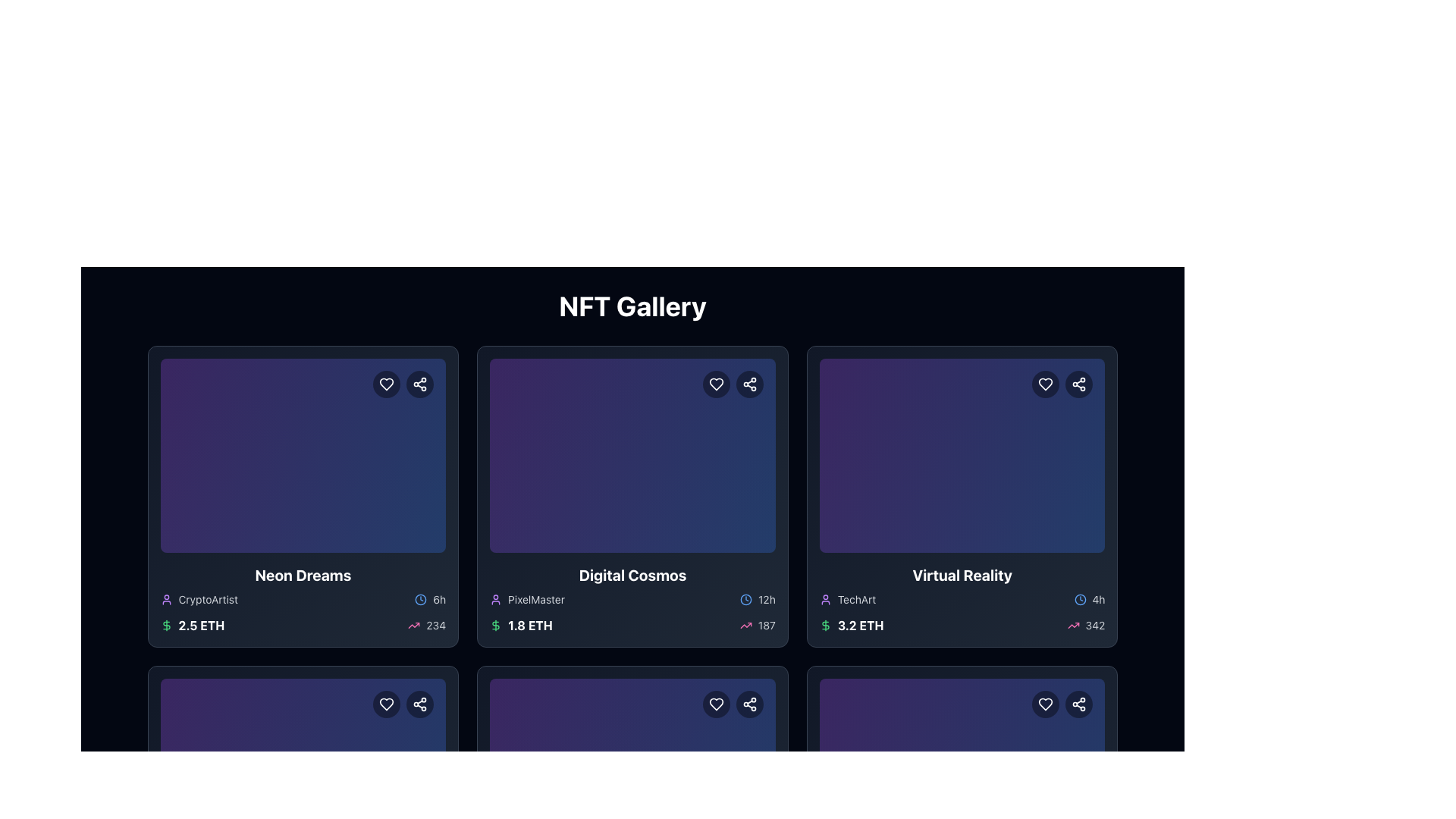 This screenshot has width=1456, height=819. Describe the element at coordinates (749, 383) in the screenshot. I see `the share icon located in the upper-right corner of the 'Digital Cosmos' card` at that location.